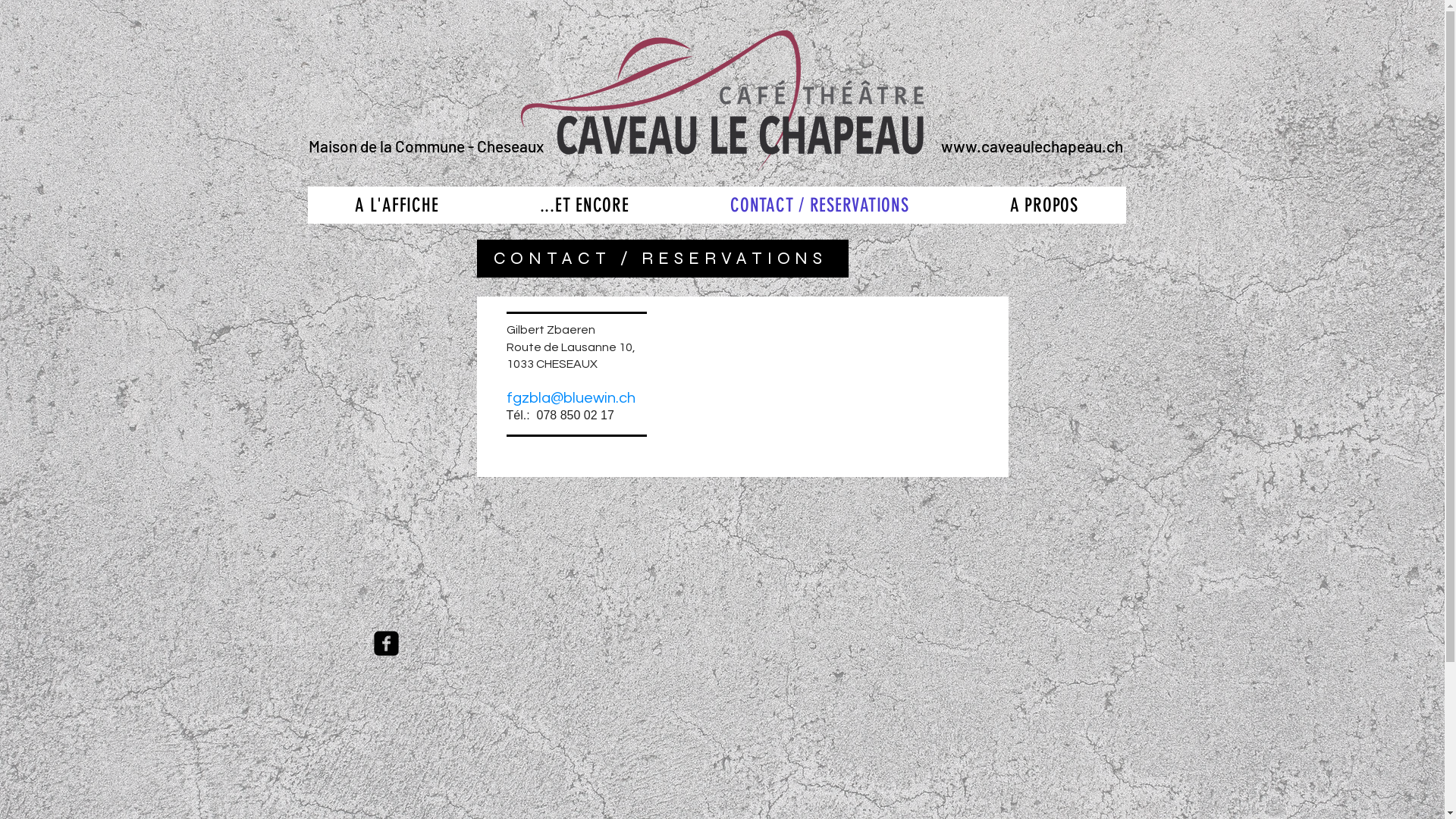  Describe the element at coordinates (1031, 146) in the screenshot. I see `'www.caveaulechapeau.ch'` at that location.